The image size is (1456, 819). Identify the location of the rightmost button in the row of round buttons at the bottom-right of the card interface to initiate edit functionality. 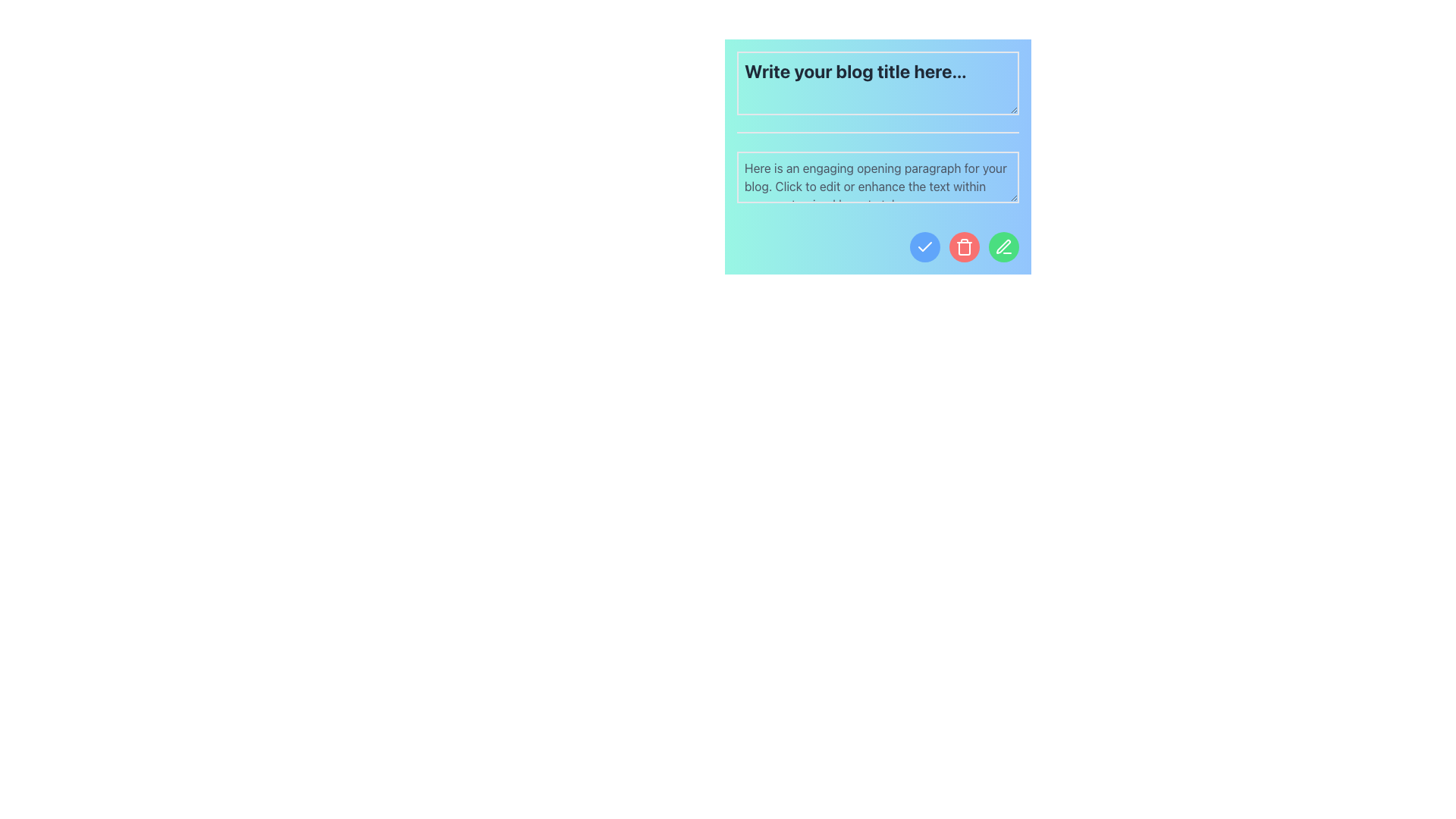
(1003, 246).